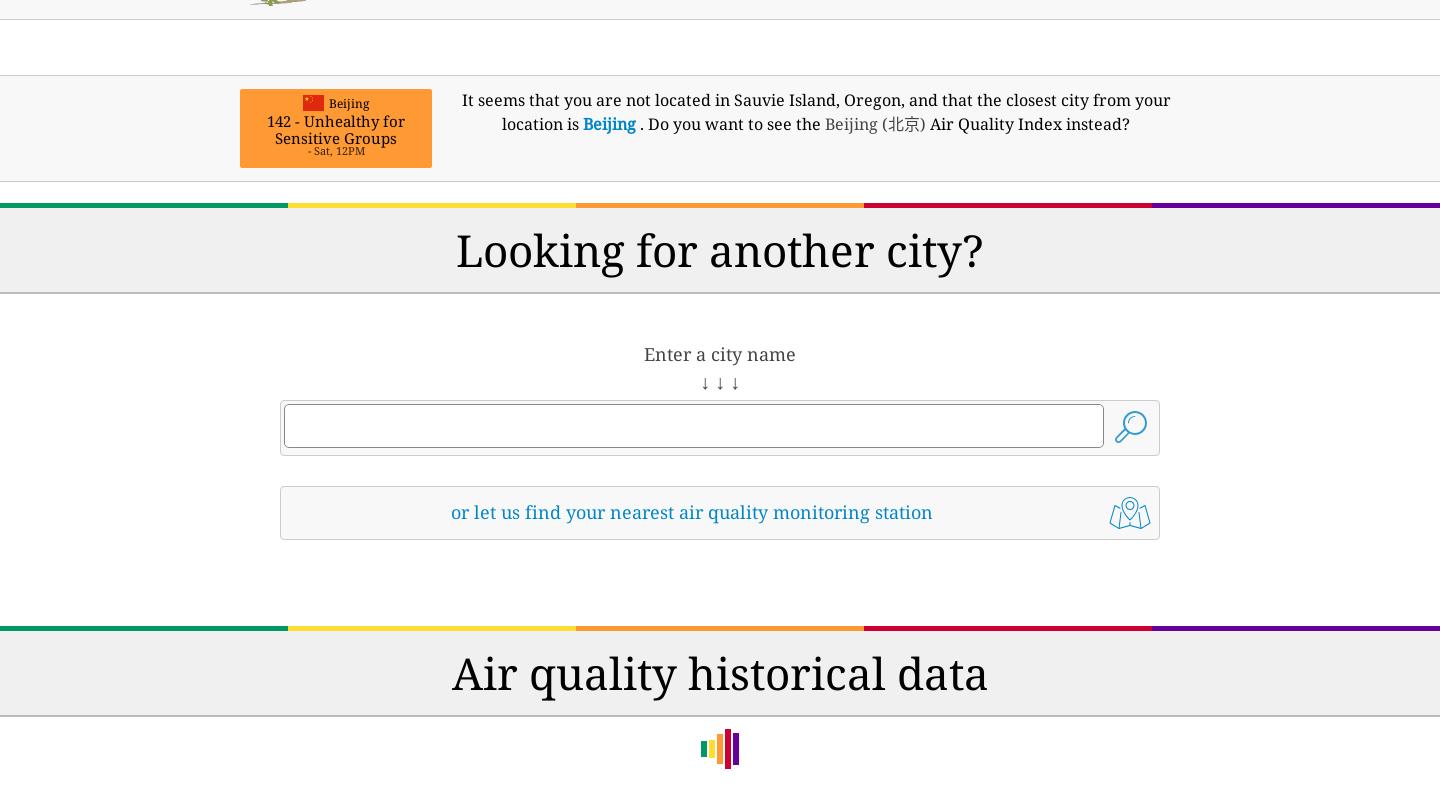  What do you see at coordinates (729, 124) in the screenshot?
I see `'. Do you want to see the'` at bounding box center [729, 124].